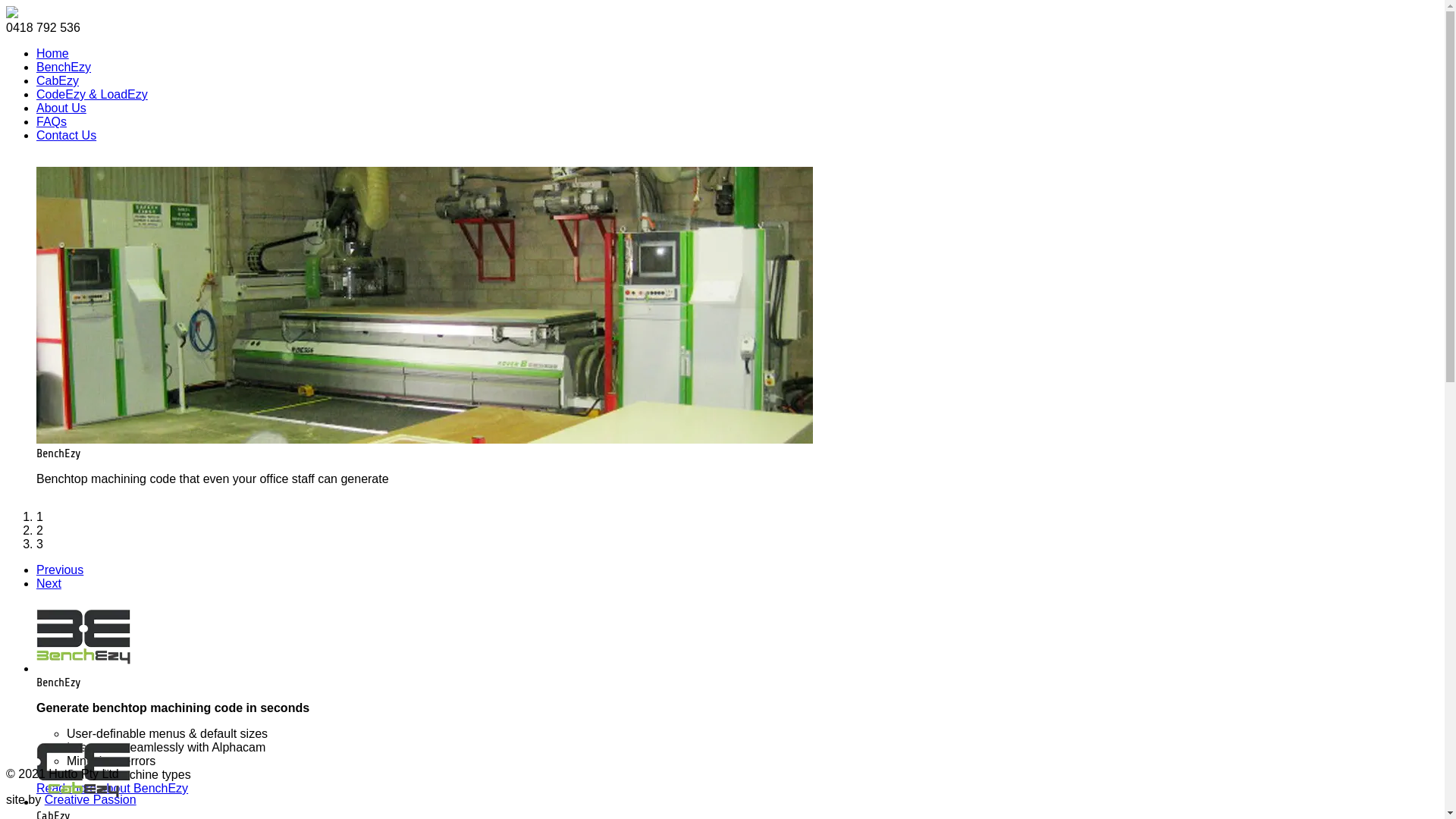  Describe the element at coordinates (58, 80) in the screenshot. I see `'CabEzy'` at that location.